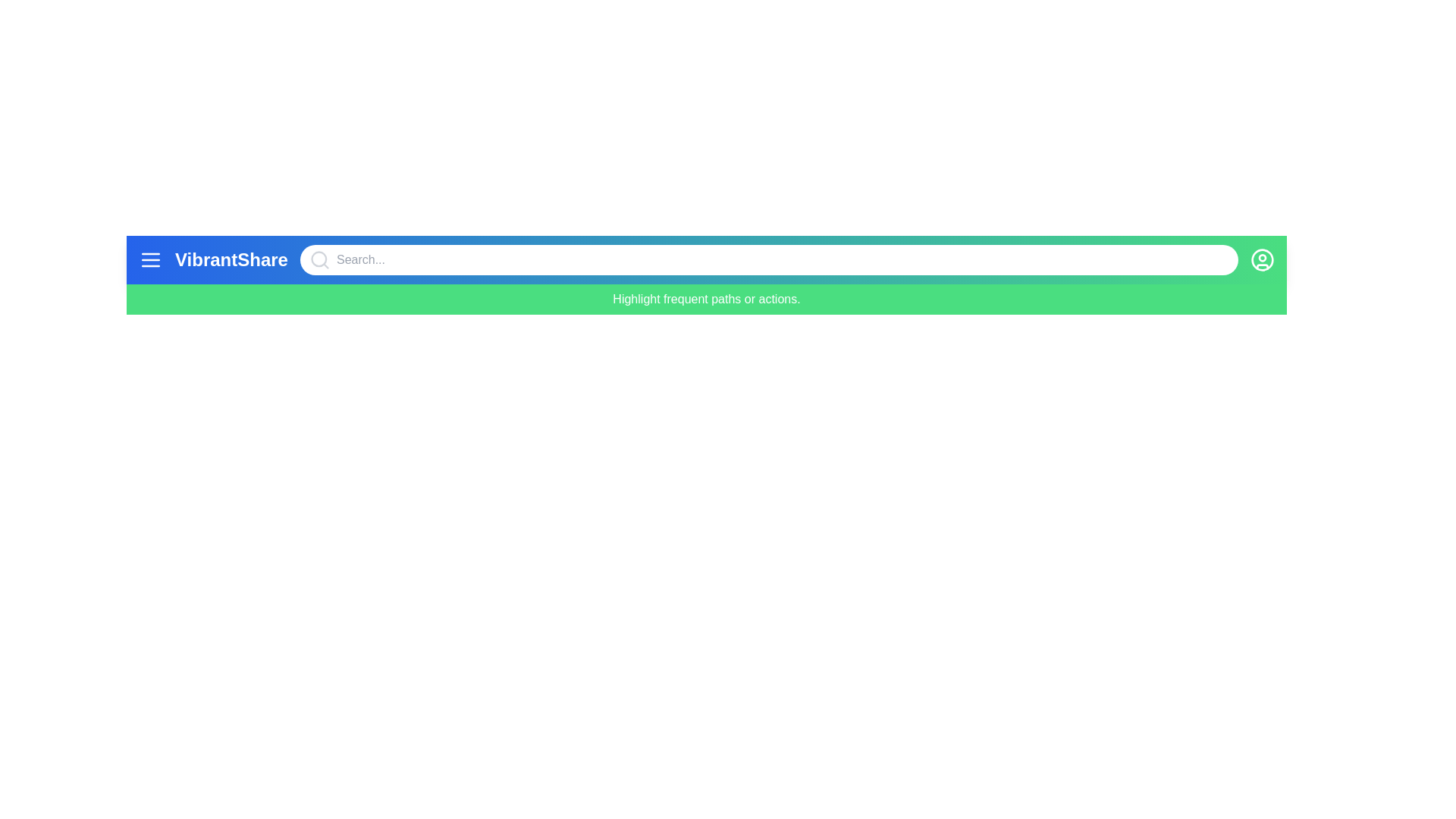 This screenshot has height=819, width=1456. What do you see at coordinates (1263, 259) in the screenshot?
I see `the user icon to access user options` at bounding box center [1263, 259].